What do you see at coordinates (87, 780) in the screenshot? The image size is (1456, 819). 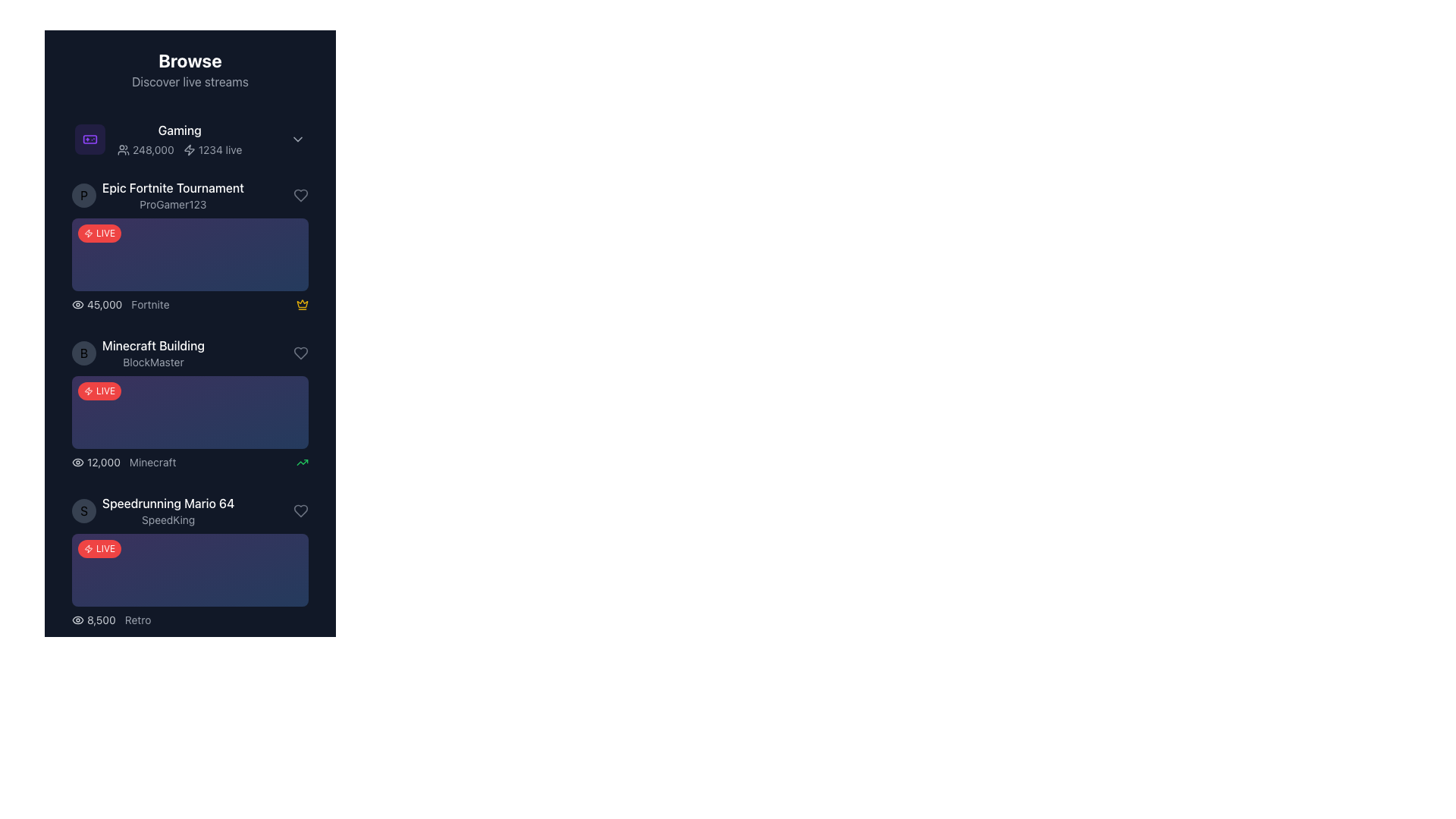 I see `the 'LIVE' status icon that is part of a rounded rectangular badge with a red background, indicating real-time streaming for 'Speedrunning Mario 64'` at bounding box center [87, 780].